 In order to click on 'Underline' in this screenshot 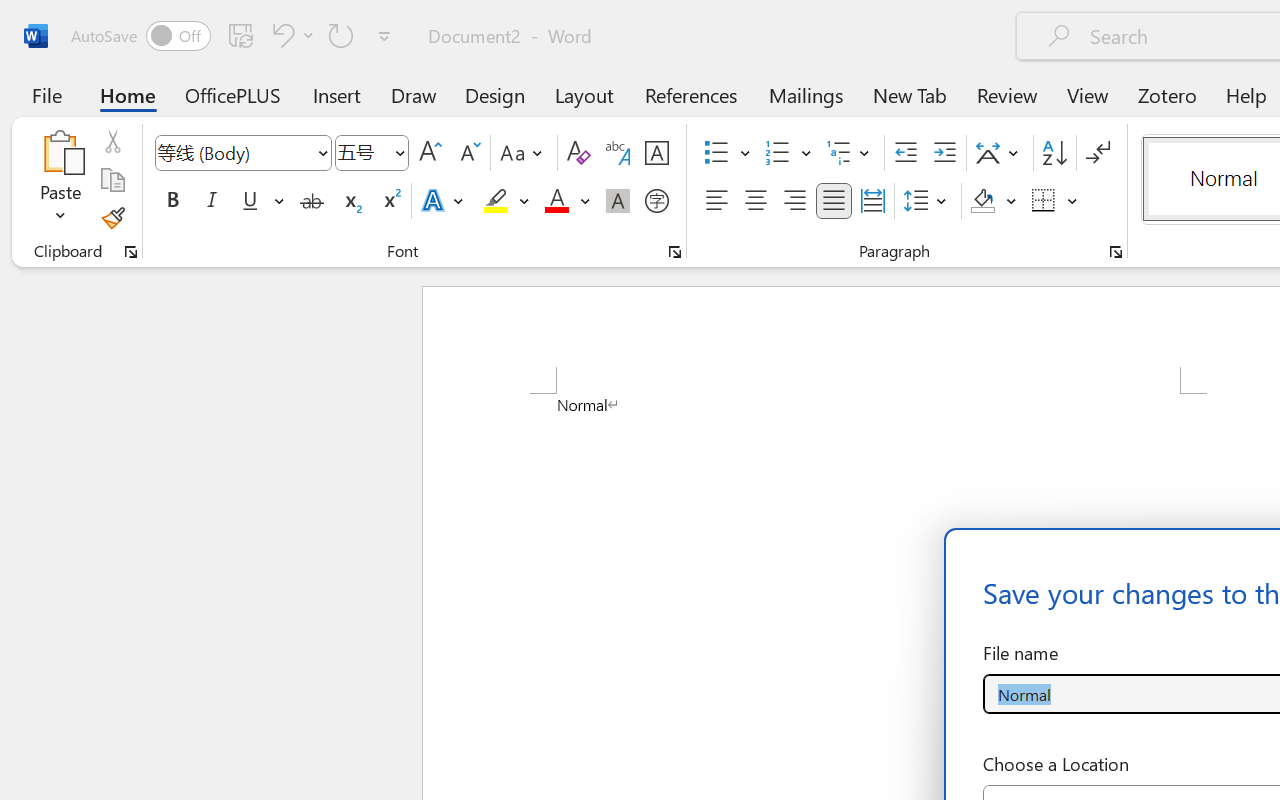, I will do `click(260, 201)`.